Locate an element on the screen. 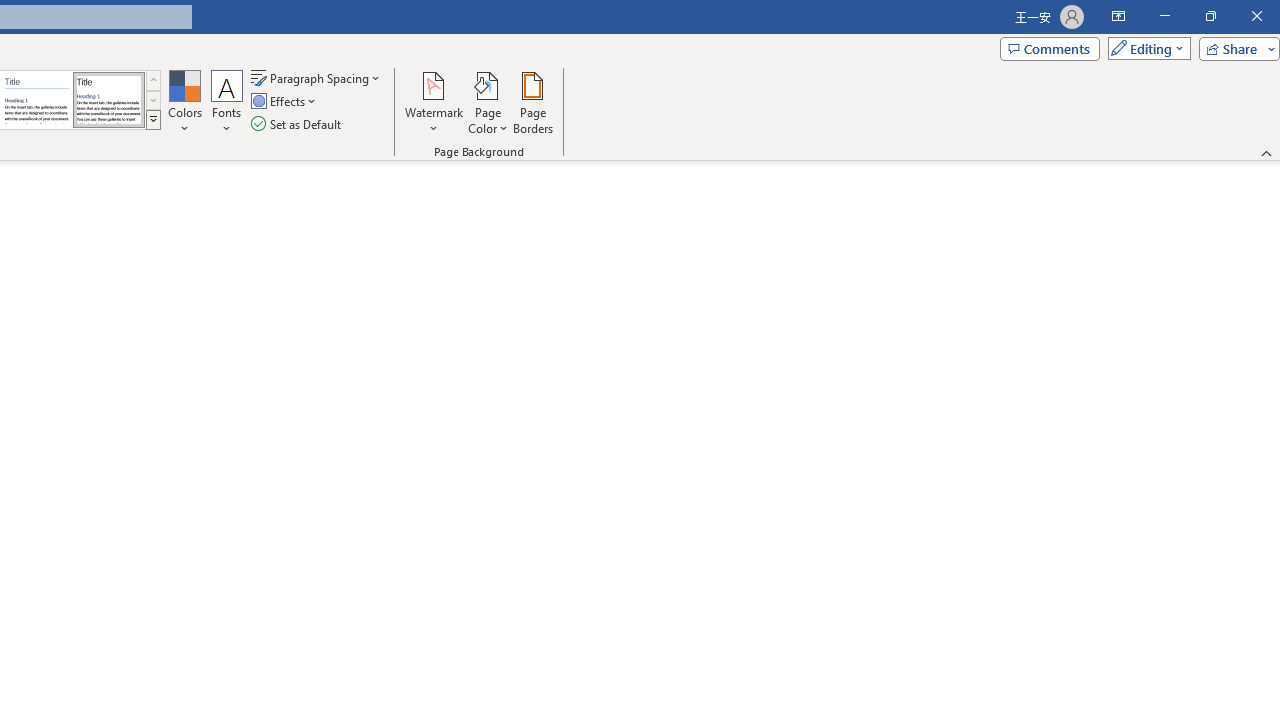 This screenshot has width=1280, height=720. 'Word 2010' is located at coordinates (37, 100).